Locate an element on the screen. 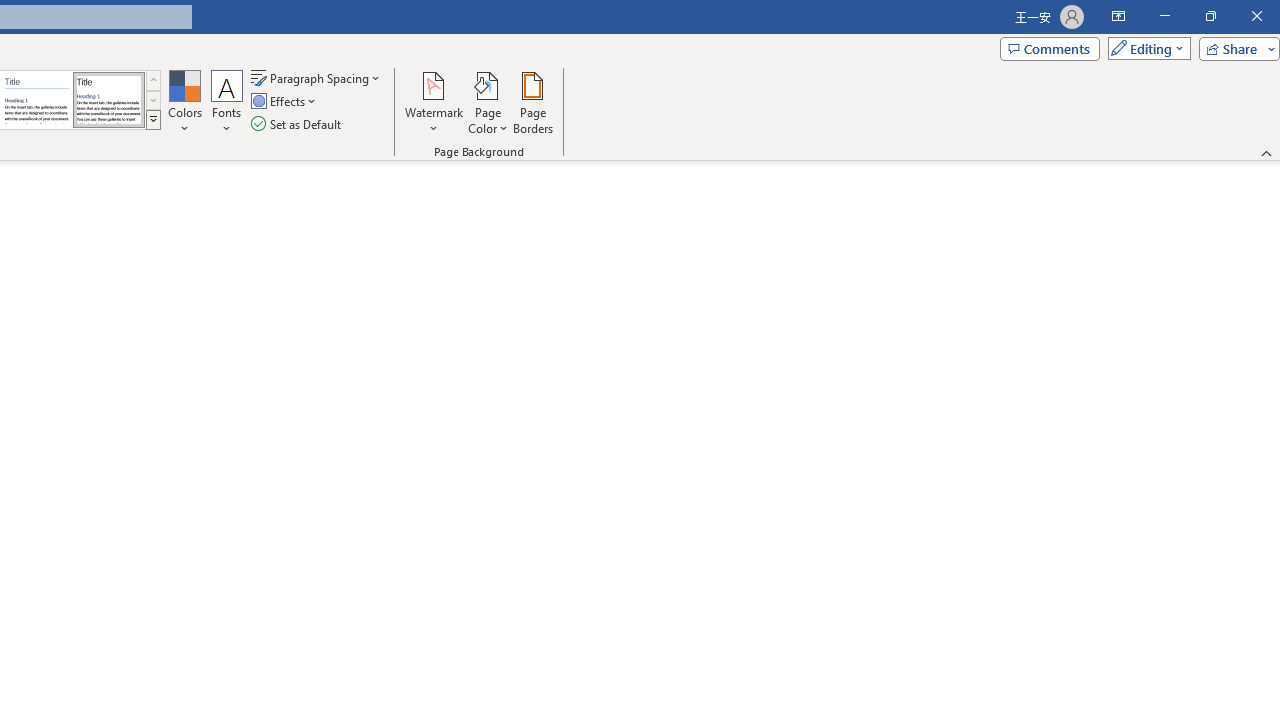 This screenshot has width=1280, height=720. 'Word 2010' is located at coordinates (37, 100).